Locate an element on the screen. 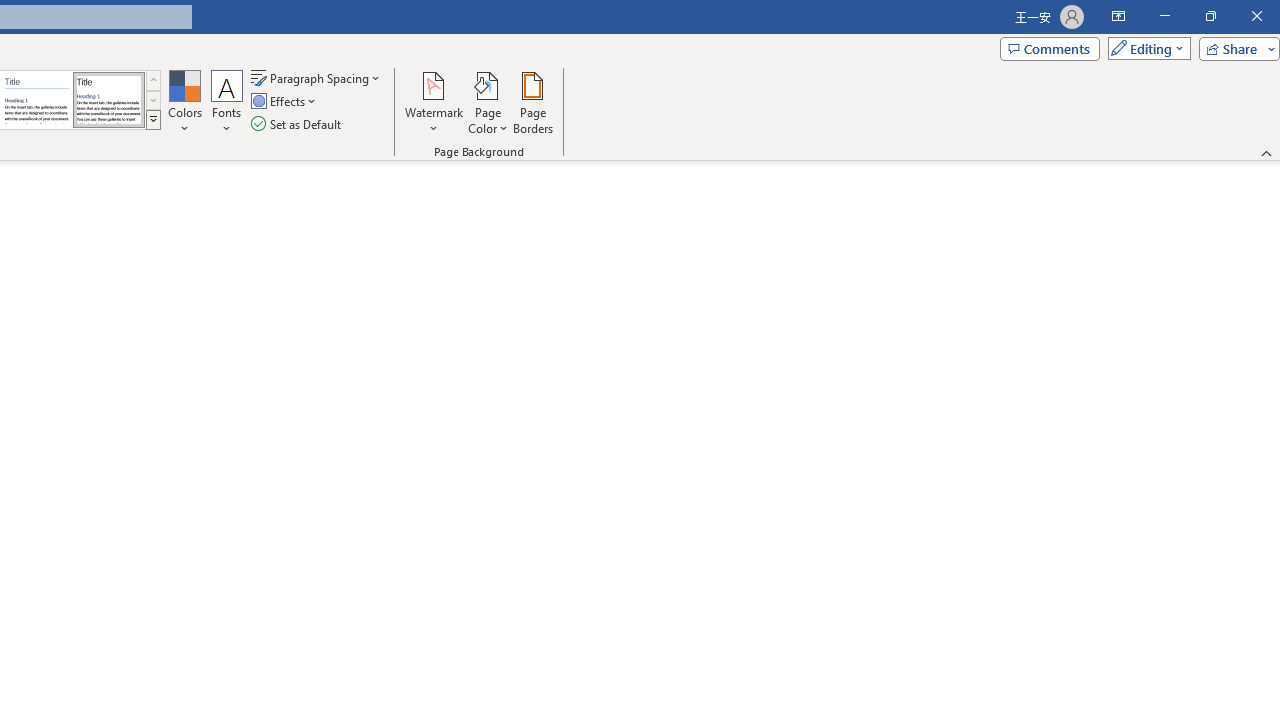 This screenshot has width=1280, height=720. 'Word 2010' is located at coordinates (37, 100).